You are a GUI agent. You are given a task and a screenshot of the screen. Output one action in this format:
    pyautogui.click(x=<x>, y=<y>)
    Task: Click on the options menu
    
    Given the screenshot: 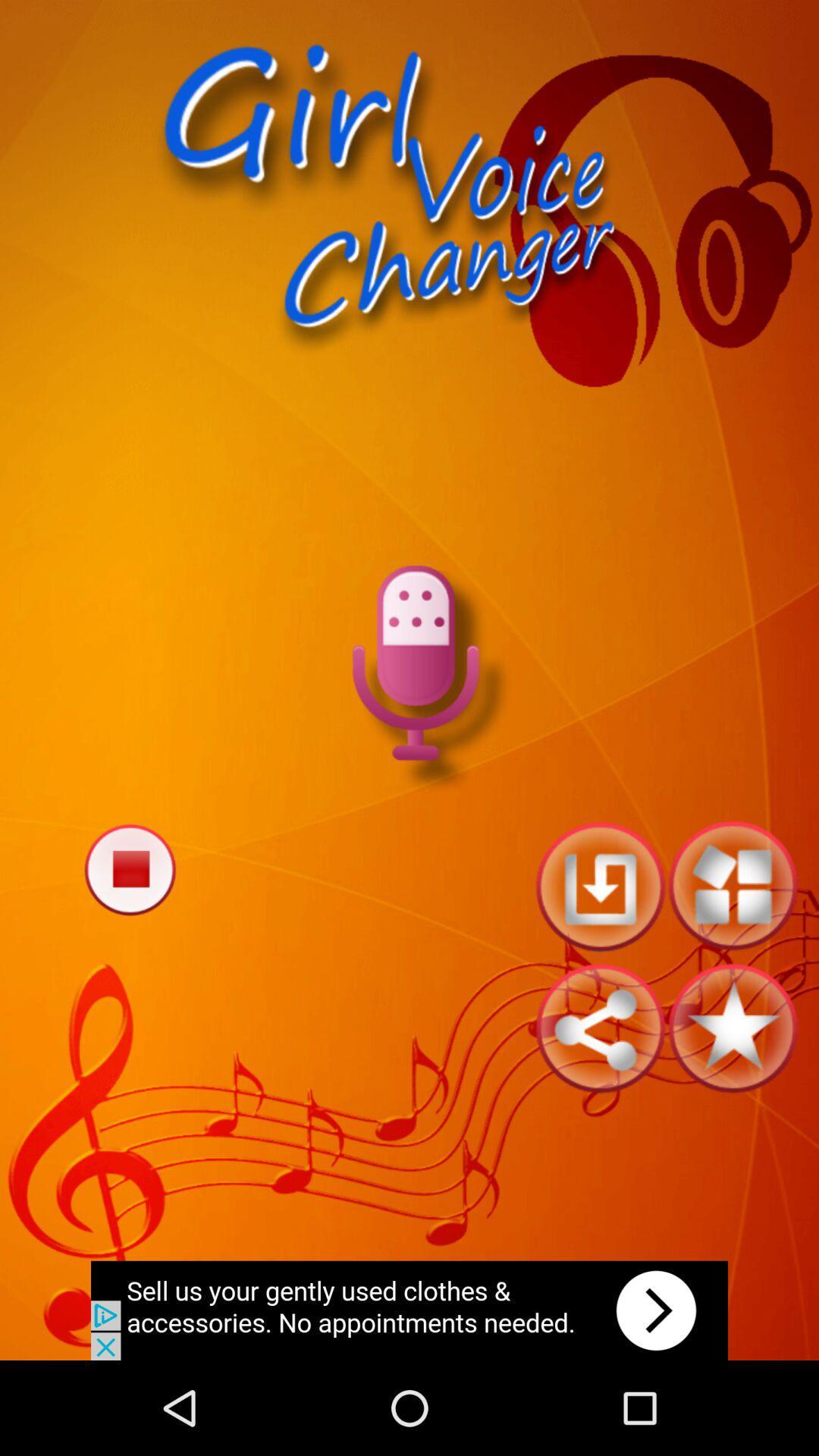 What is the action you would take?
    pyautogui.click(x=732, y=886)
    